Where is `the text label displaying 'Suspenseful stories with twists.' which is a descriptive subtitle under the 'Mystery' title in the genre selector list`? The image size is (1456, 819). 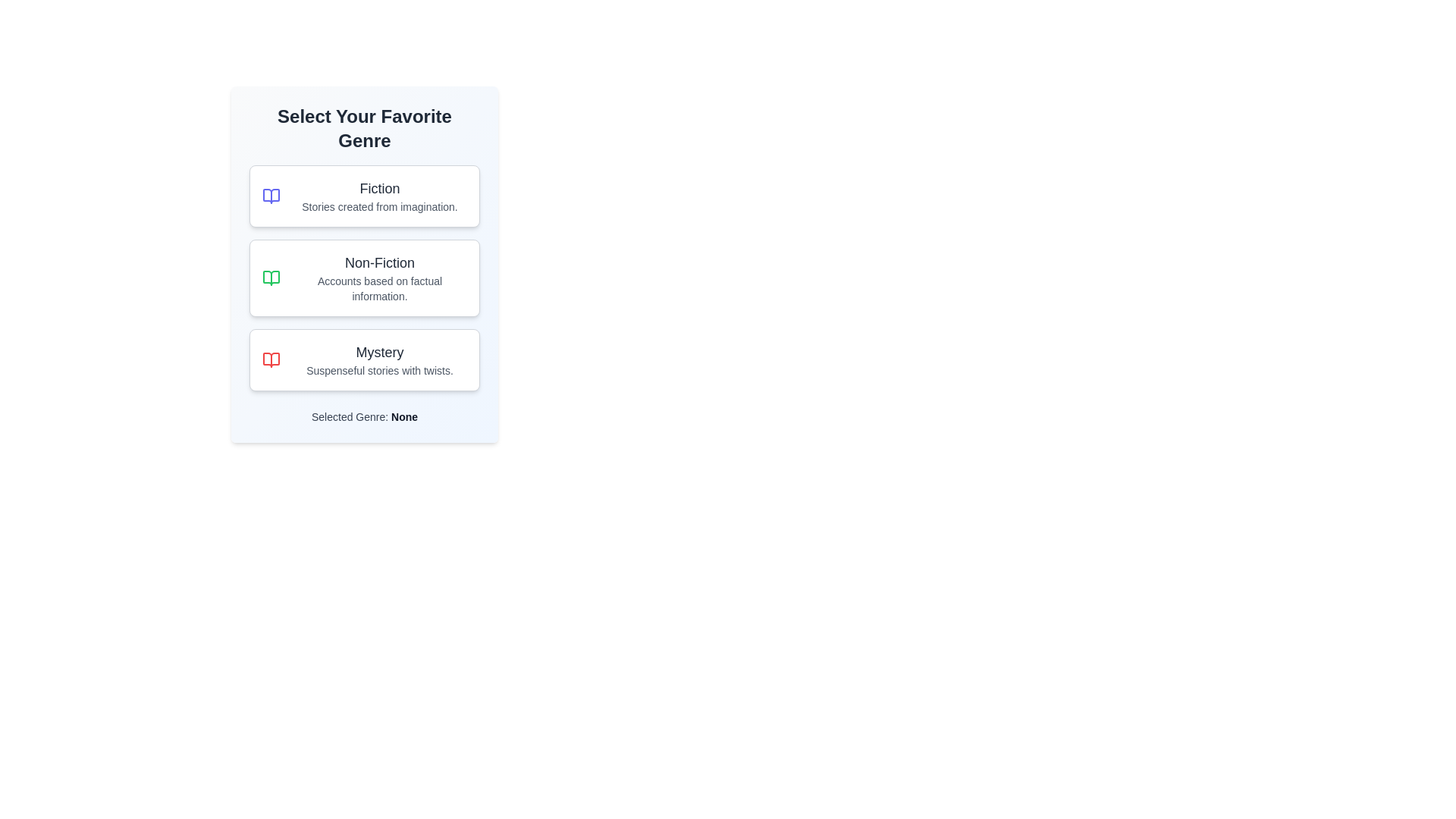 the text label displaying 'Suspenseful stories with twists.' which is a descriptive subtitle under the 'Mystery' title in the genre selector list is located at coordinates (379, 371).